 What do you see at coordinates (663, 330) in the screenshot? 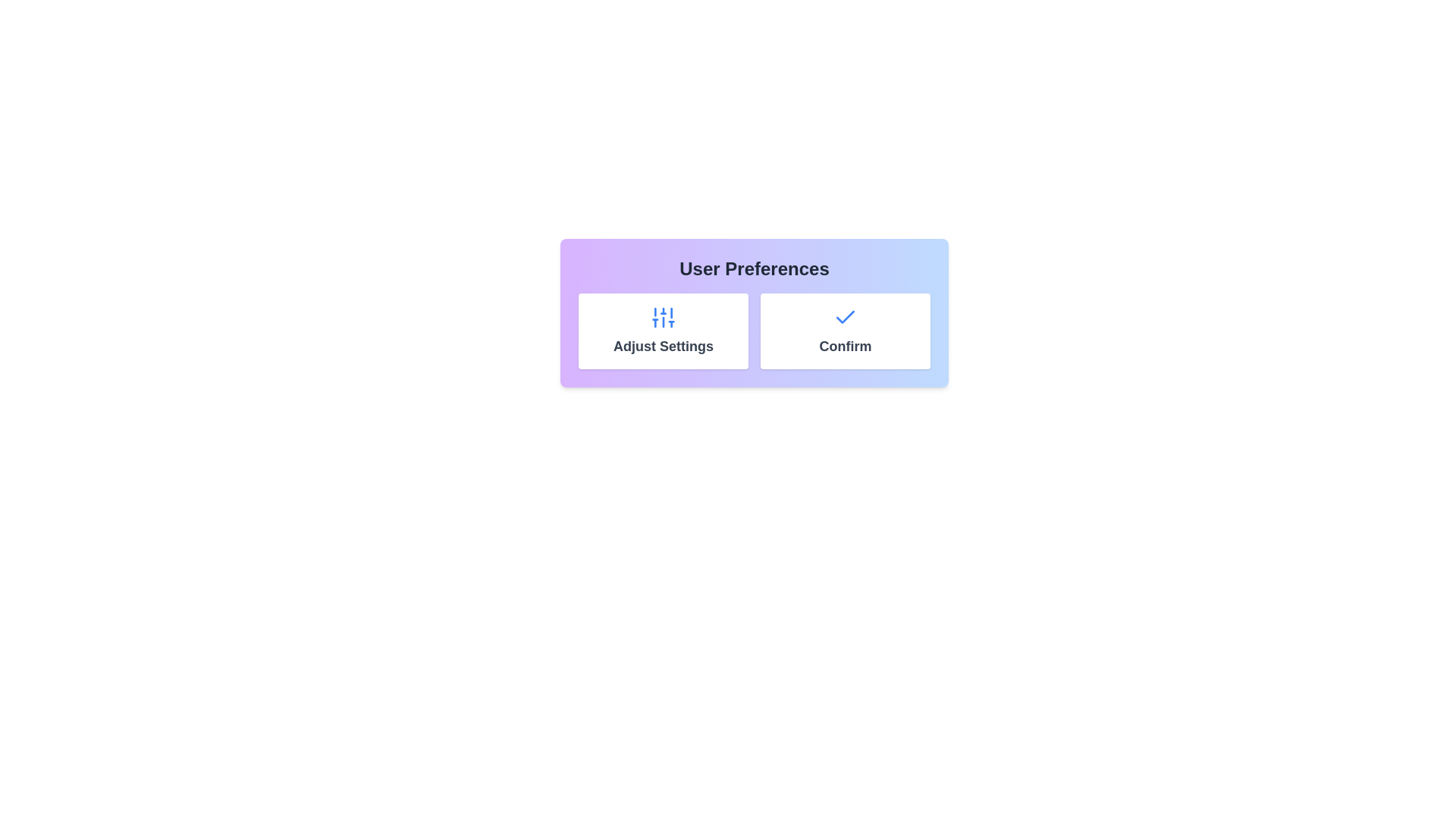
I see `the rectangular button with rounded corners and a white background that has a blue sliders icon above the 'Adjust Settings' text to trigger visual changes` at bounding box center [663, 330].